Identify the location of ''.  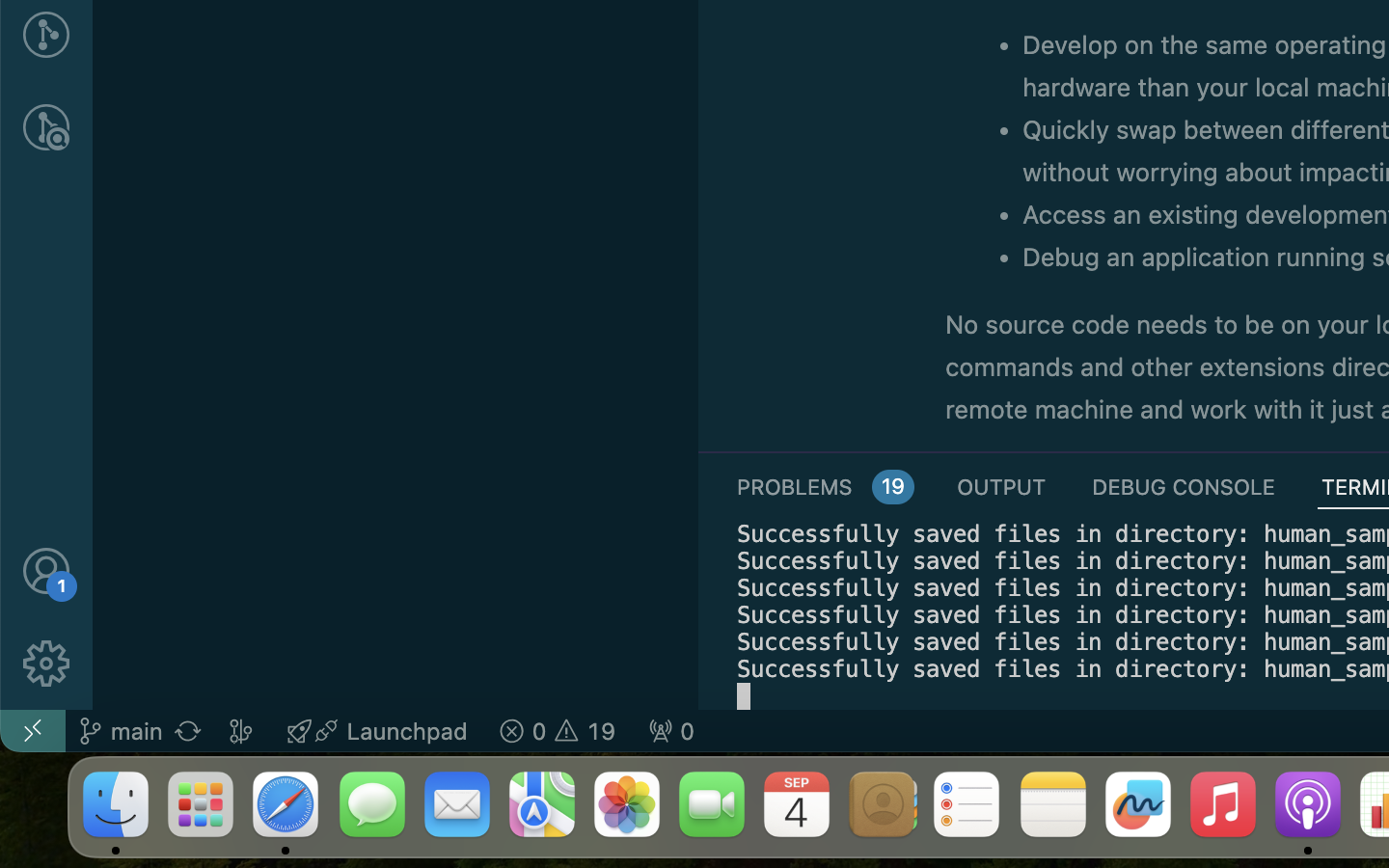
(44, 571).